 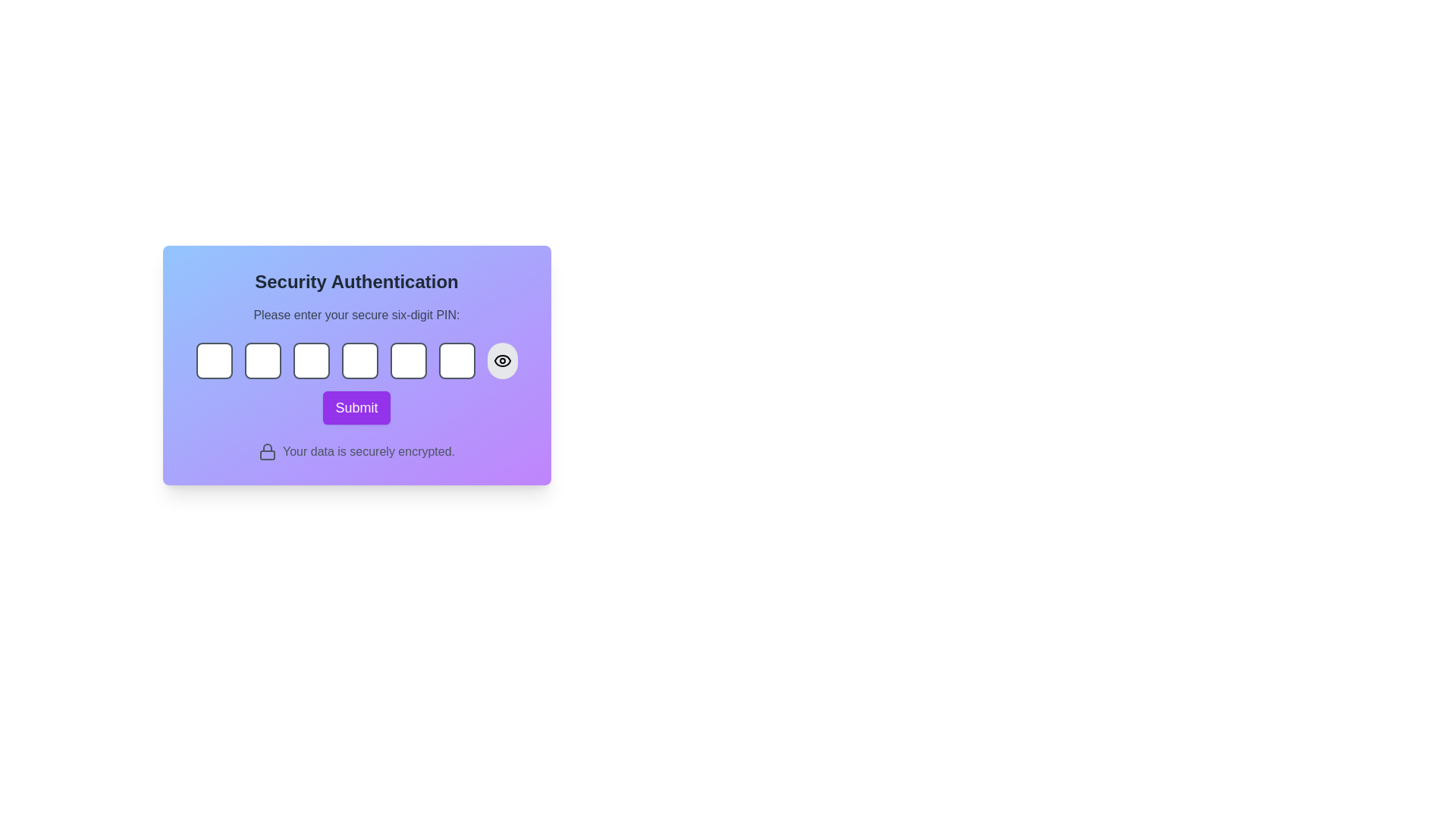 What do you see at coordinates (502, 360) in the screenshot?
I see `the visibility toggle icon located within the rounded button on the right side of the PIN input fields` at bounding box center [502, 360].